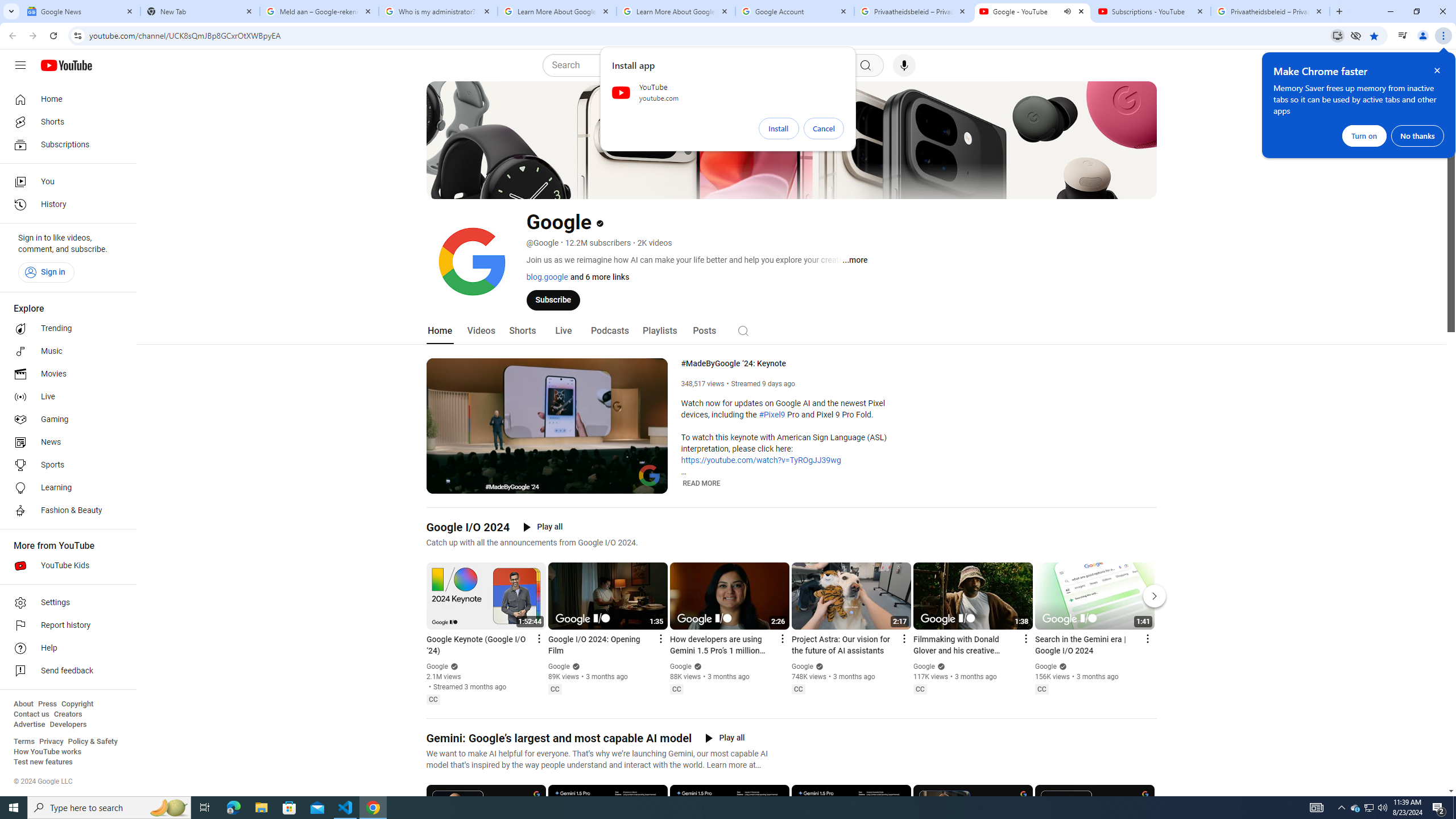 The height and width of the screenshot is (819, 1456). What do you see at coordinates (68, 723) in the screenshot?
I see `'Developers'` at bounding box center [68, 723].